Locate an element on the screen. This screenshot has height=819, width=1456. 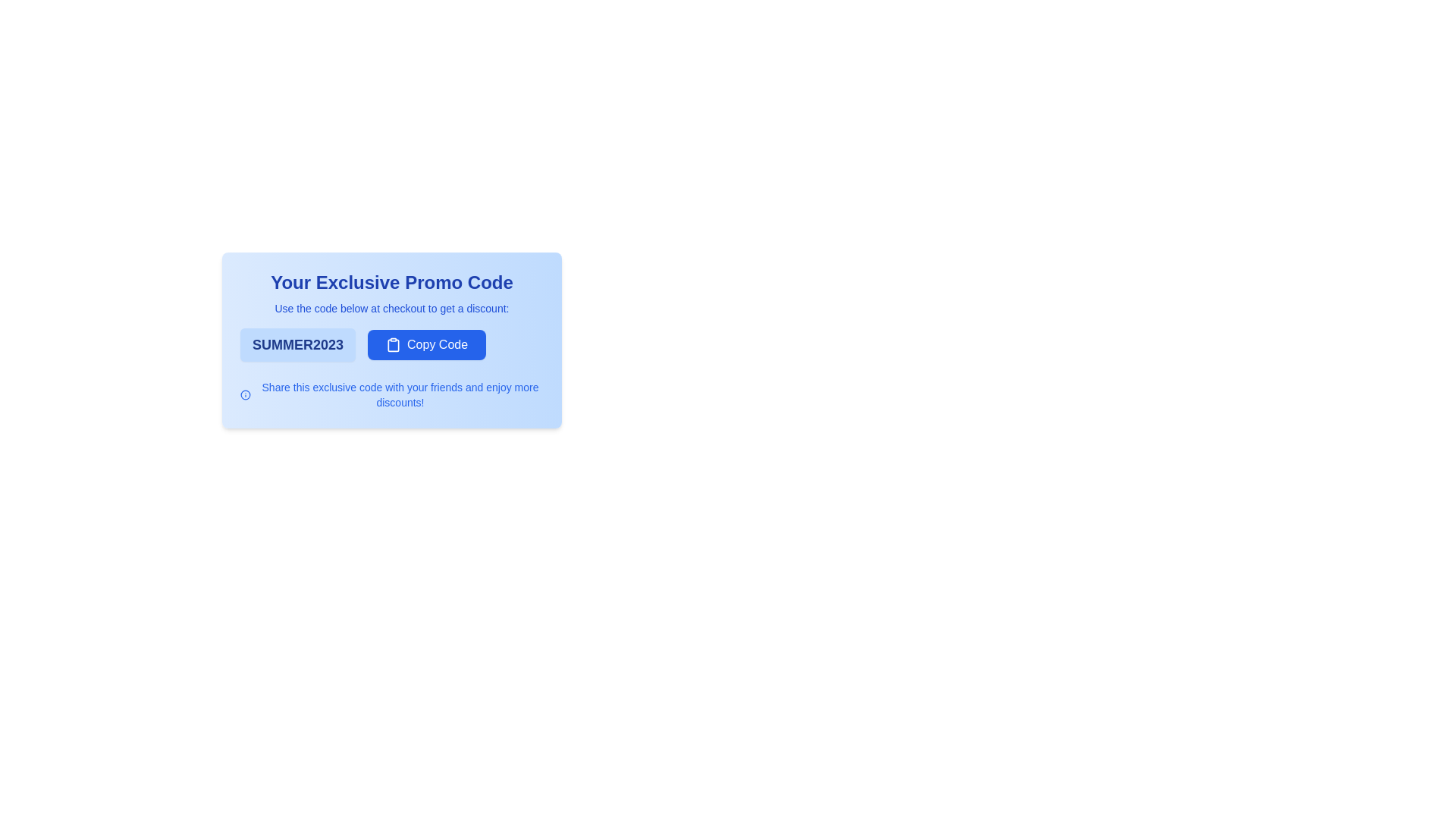
the button located to the right of the label displaying 'SUMMER2023' to copy the promo code into the clipboard is located at coordinates (426, 345).